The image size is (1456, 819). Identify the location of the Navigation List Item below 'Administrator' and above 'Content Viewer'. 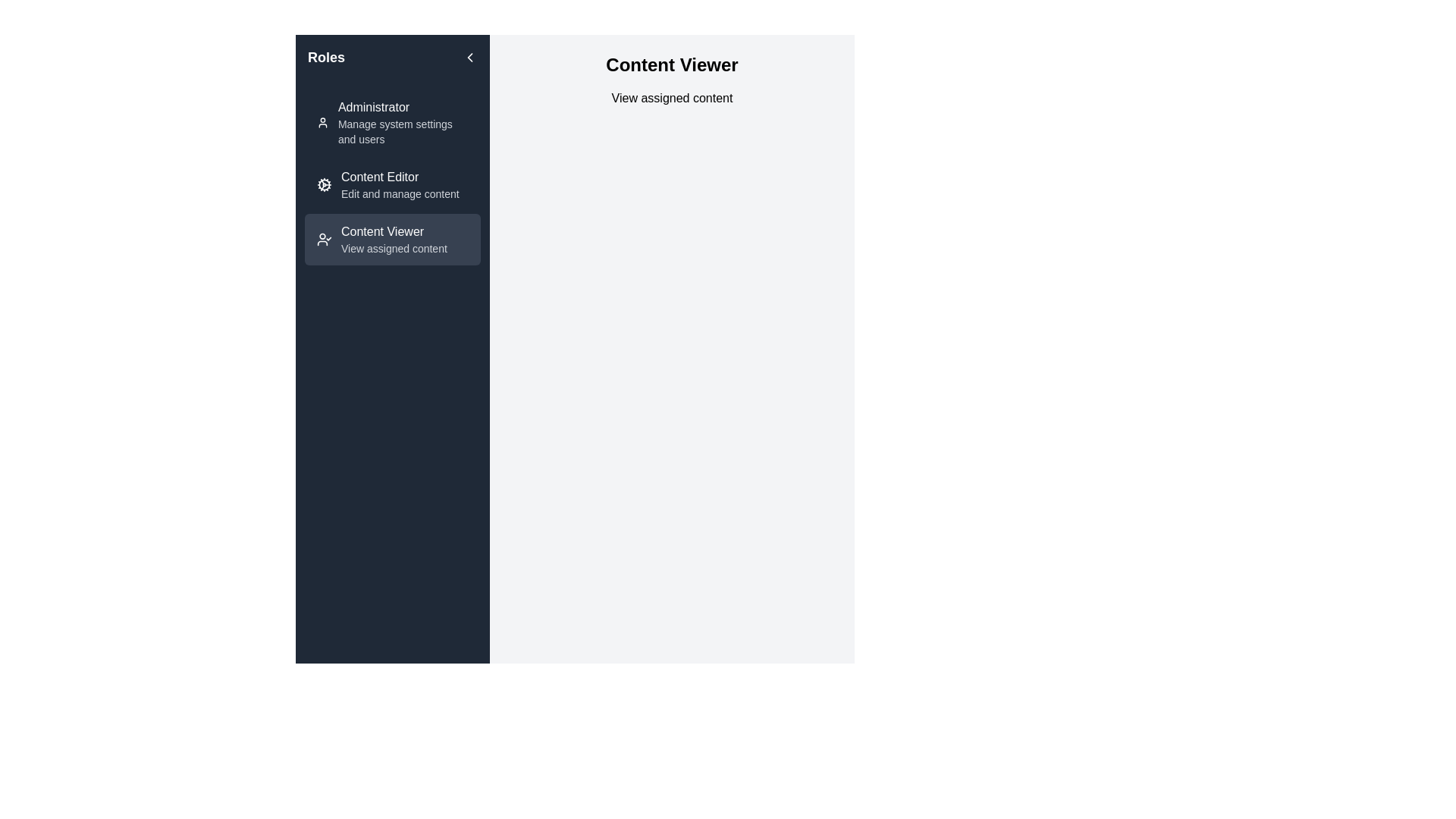
(400, 184).